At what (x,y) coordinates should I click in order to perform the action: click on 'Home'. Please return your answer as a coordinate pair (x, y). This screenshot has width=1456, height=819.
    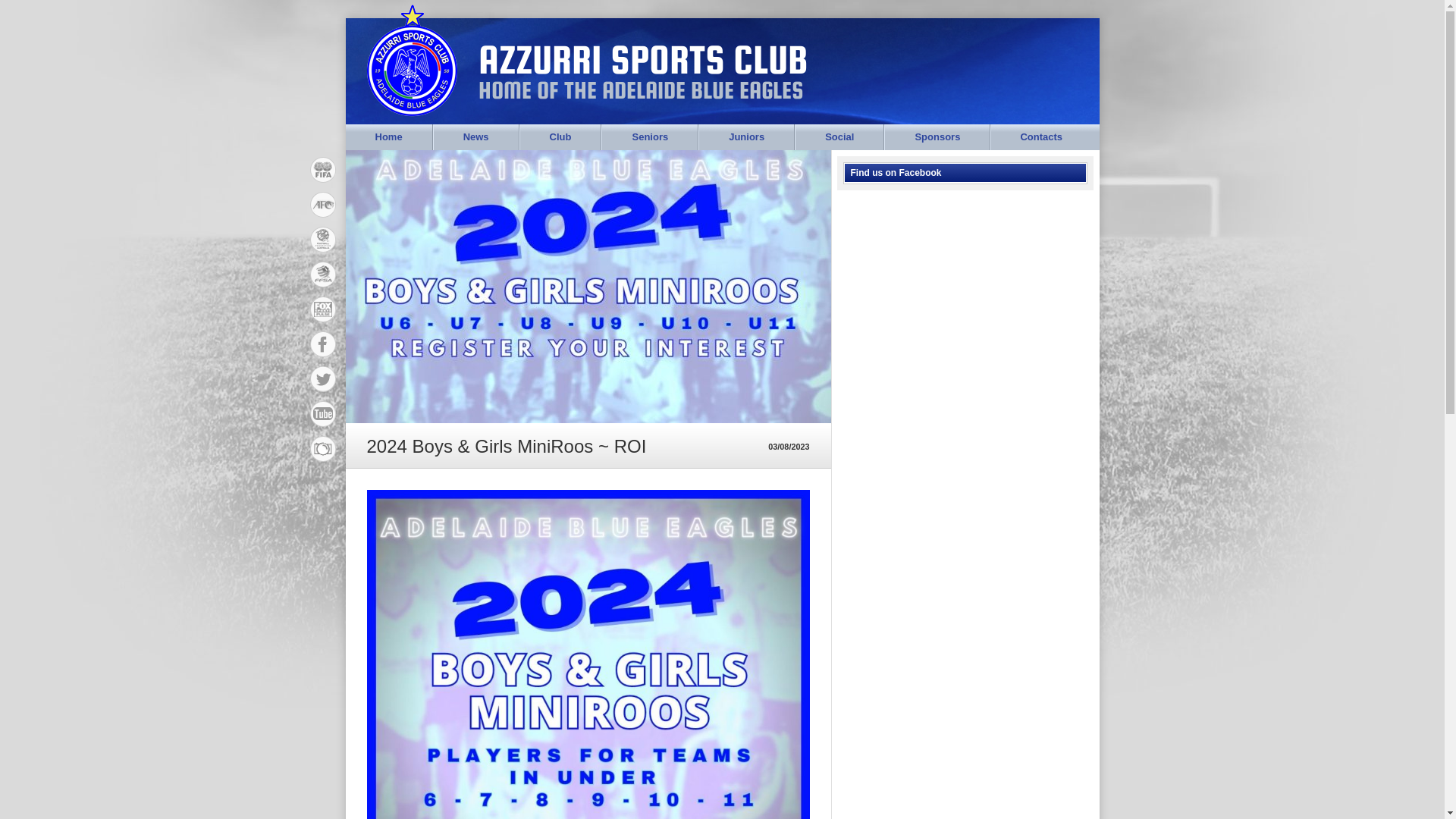
    Looking at the image, I should click on (389, 137).